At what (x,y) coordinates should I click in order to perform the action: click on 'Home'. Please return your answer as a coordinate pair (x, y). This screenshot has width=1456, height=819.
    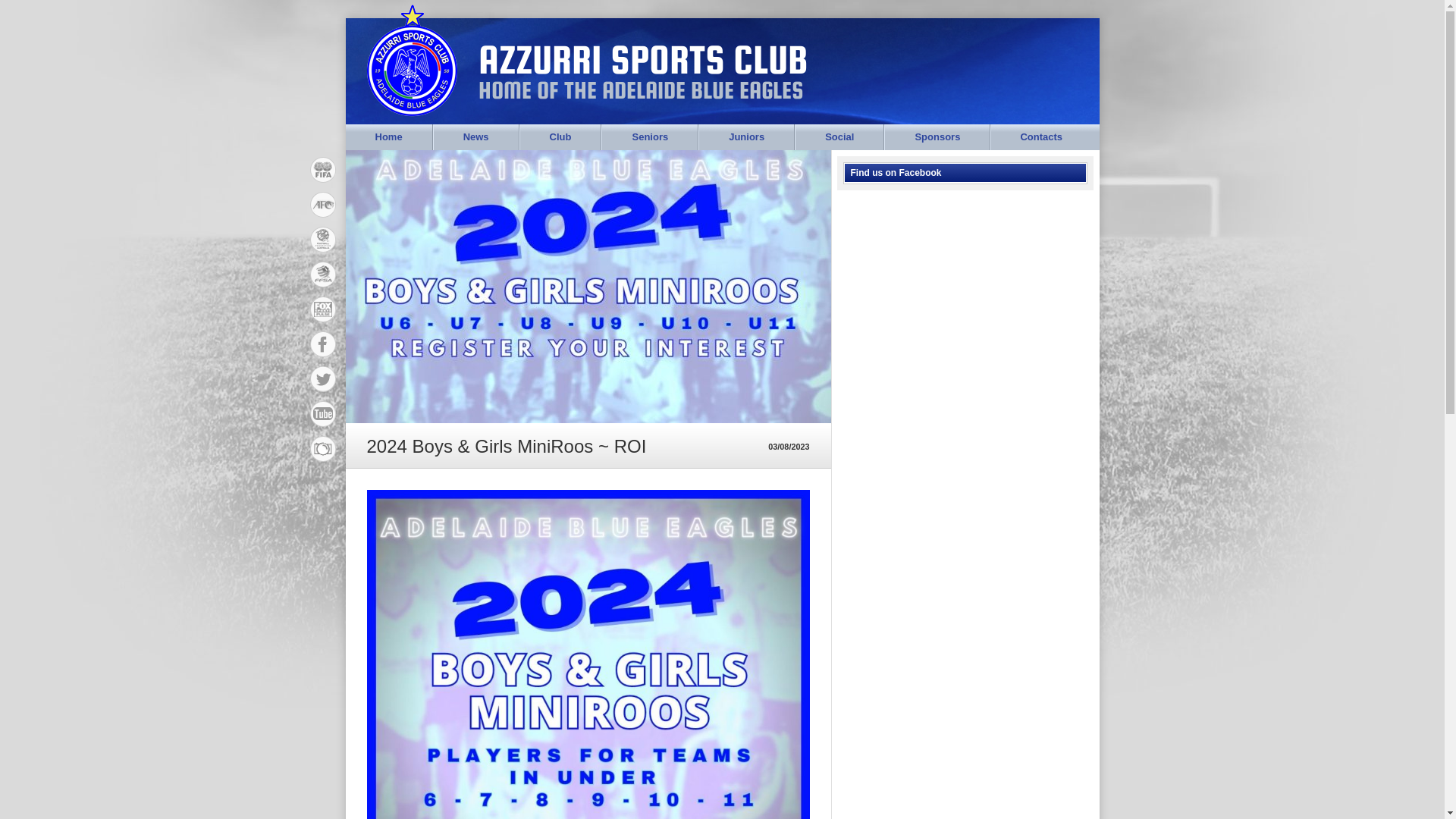
    Looking at the image, I should click on (389, 137).